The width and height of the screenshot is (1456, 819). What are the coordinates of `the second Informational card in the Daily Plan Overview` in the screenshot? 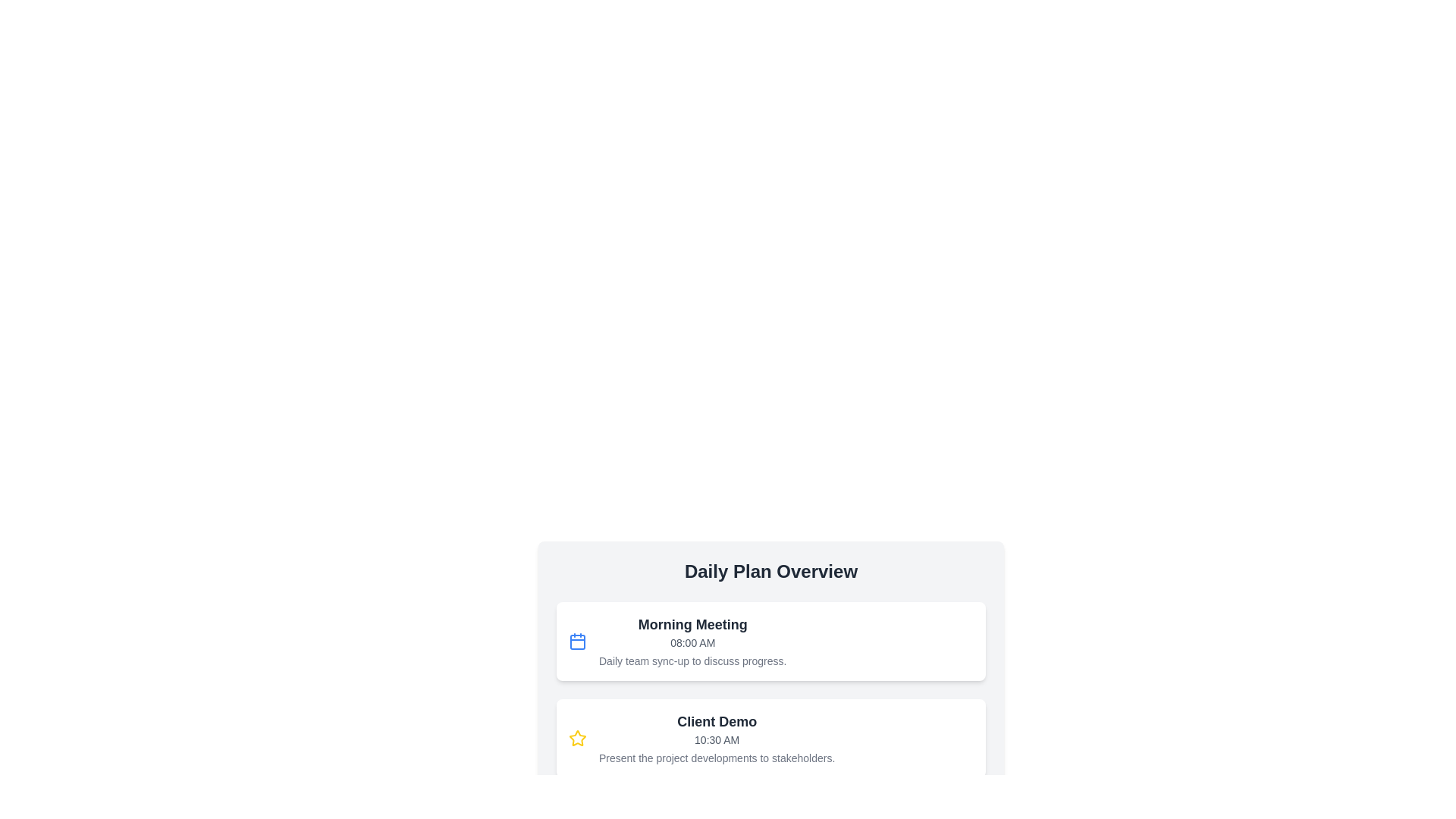 It's located at (771, 738).